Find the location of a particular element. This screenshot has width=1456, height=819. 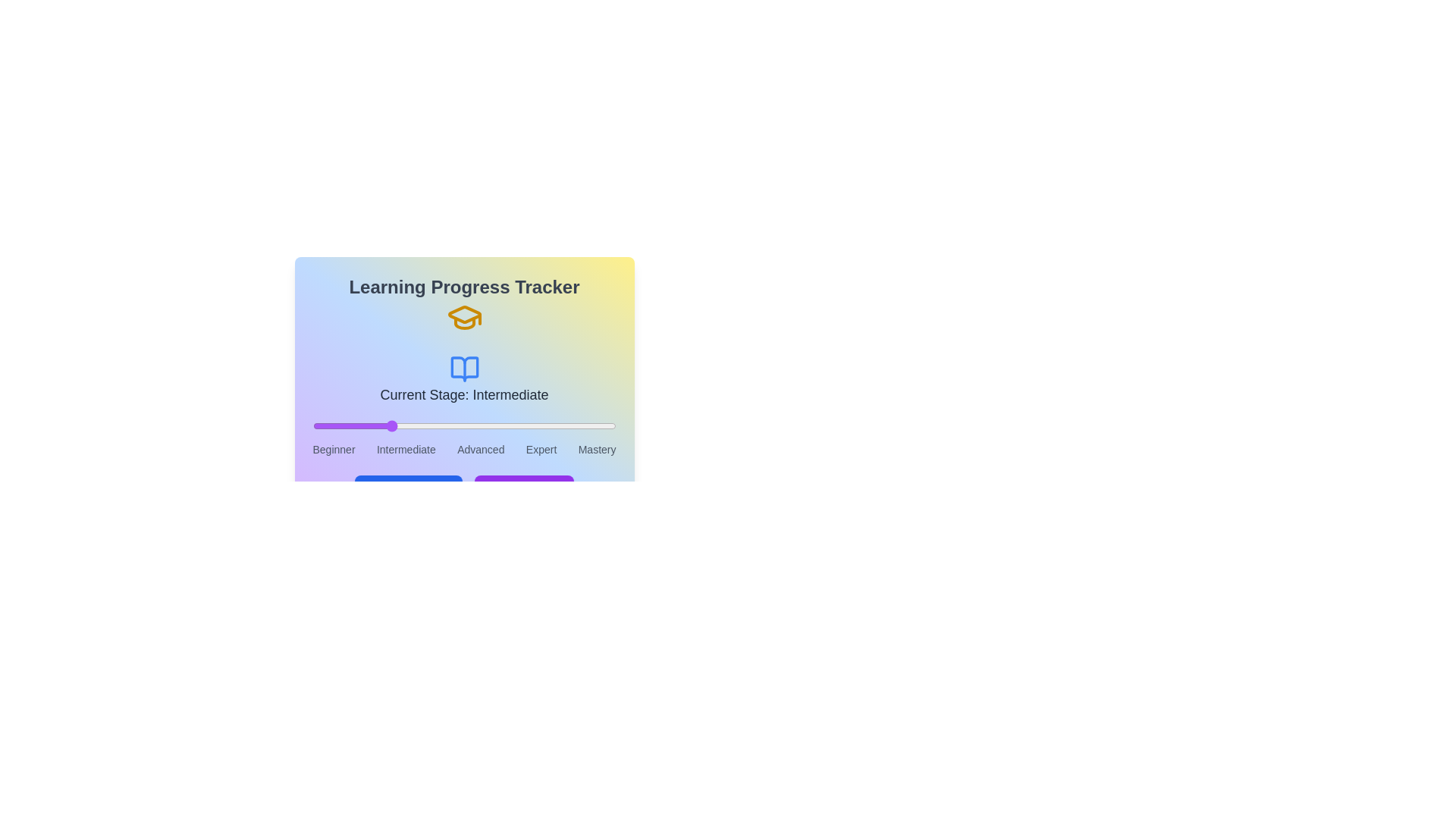

the progress slider to set the stage to 3 is located at coordinates (540, 426).